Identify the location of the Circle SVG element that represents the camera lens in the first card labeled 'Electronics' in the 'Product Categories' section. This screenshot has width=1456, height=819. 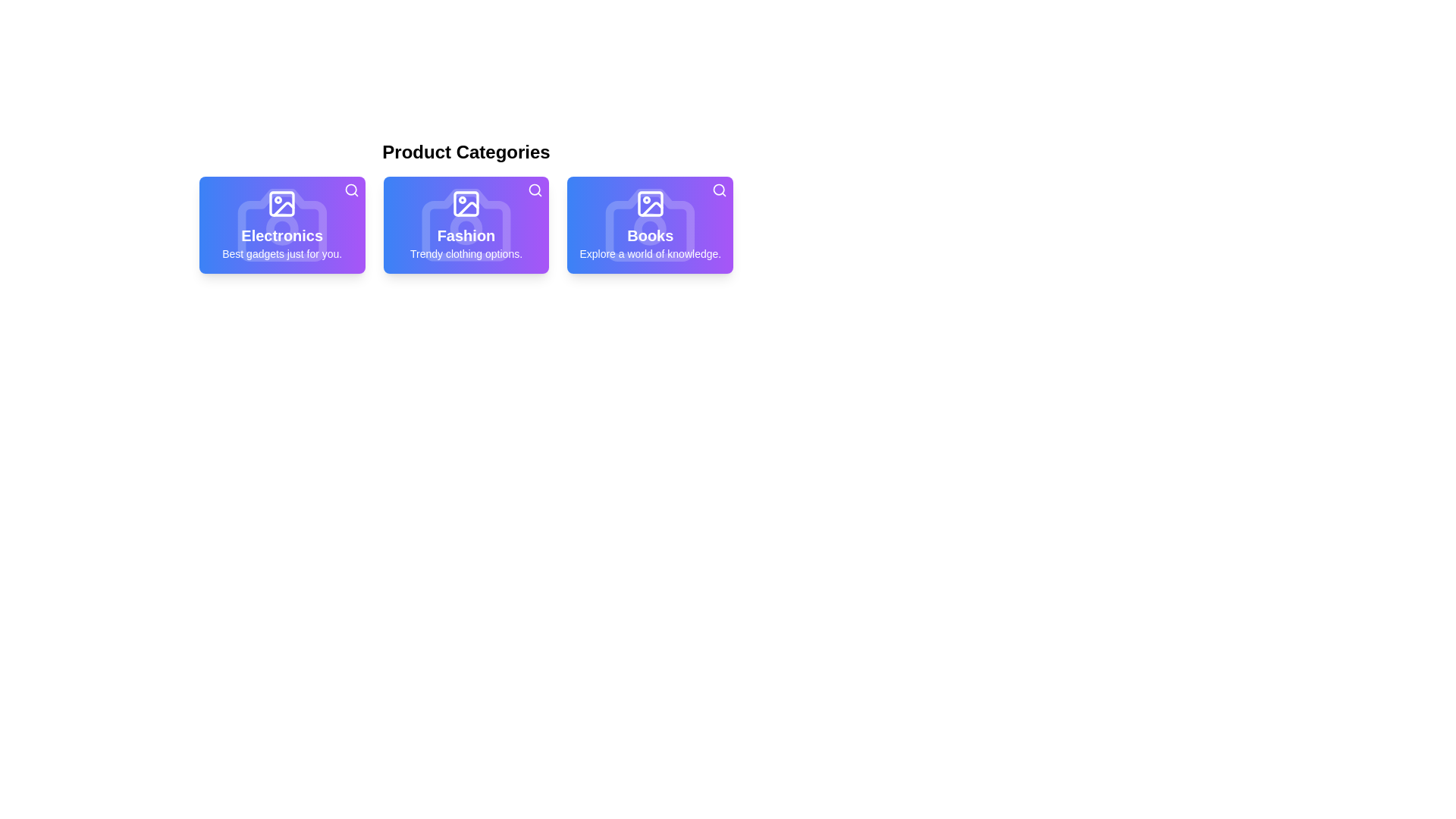
(282, 229).